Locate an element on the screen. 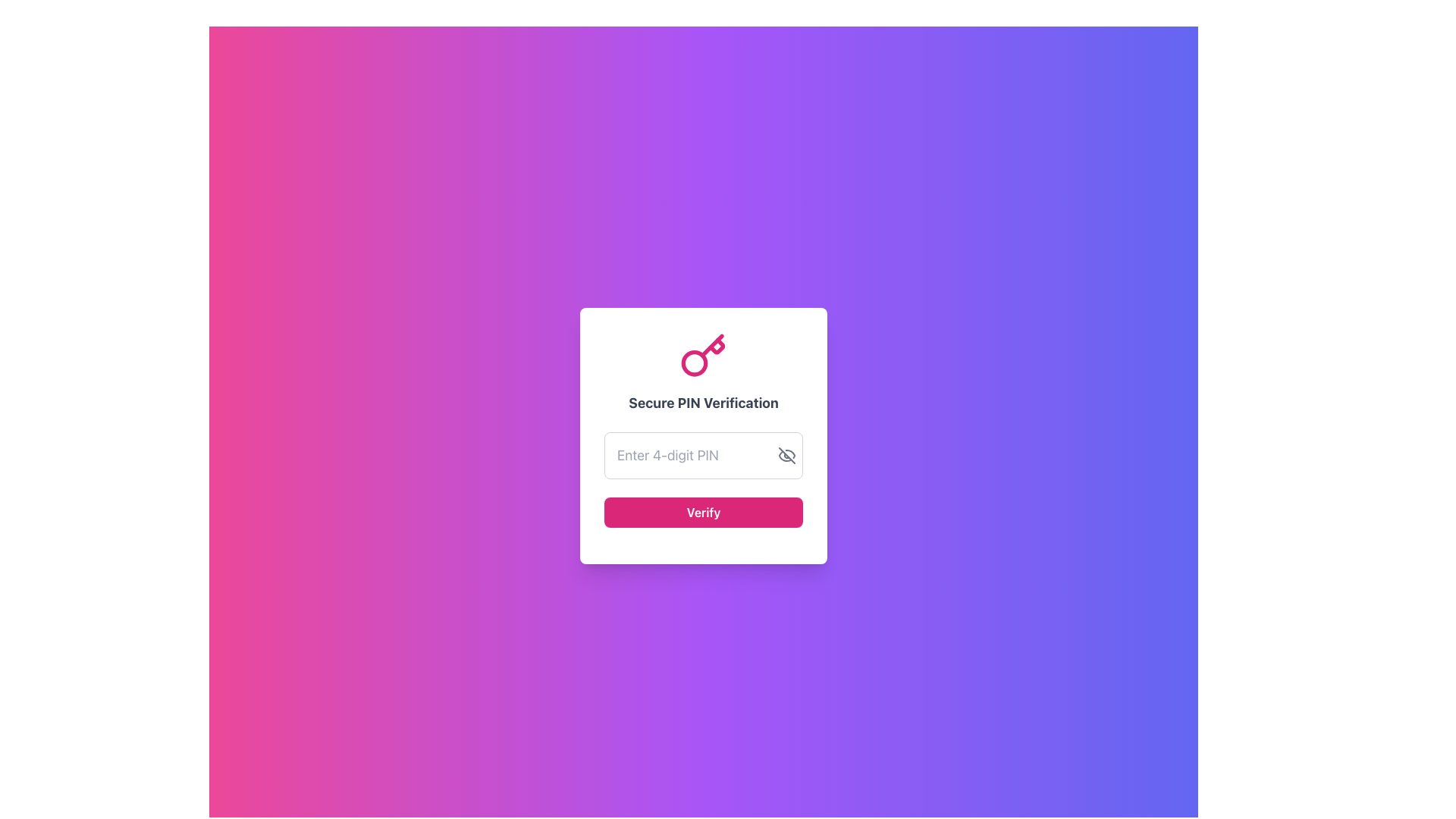 The width and height of the screenshot is (1456, 819). the decorative circular element located at the center of the key-shaped icon in the header of the modal dialog is located at coordinates (694, 362).